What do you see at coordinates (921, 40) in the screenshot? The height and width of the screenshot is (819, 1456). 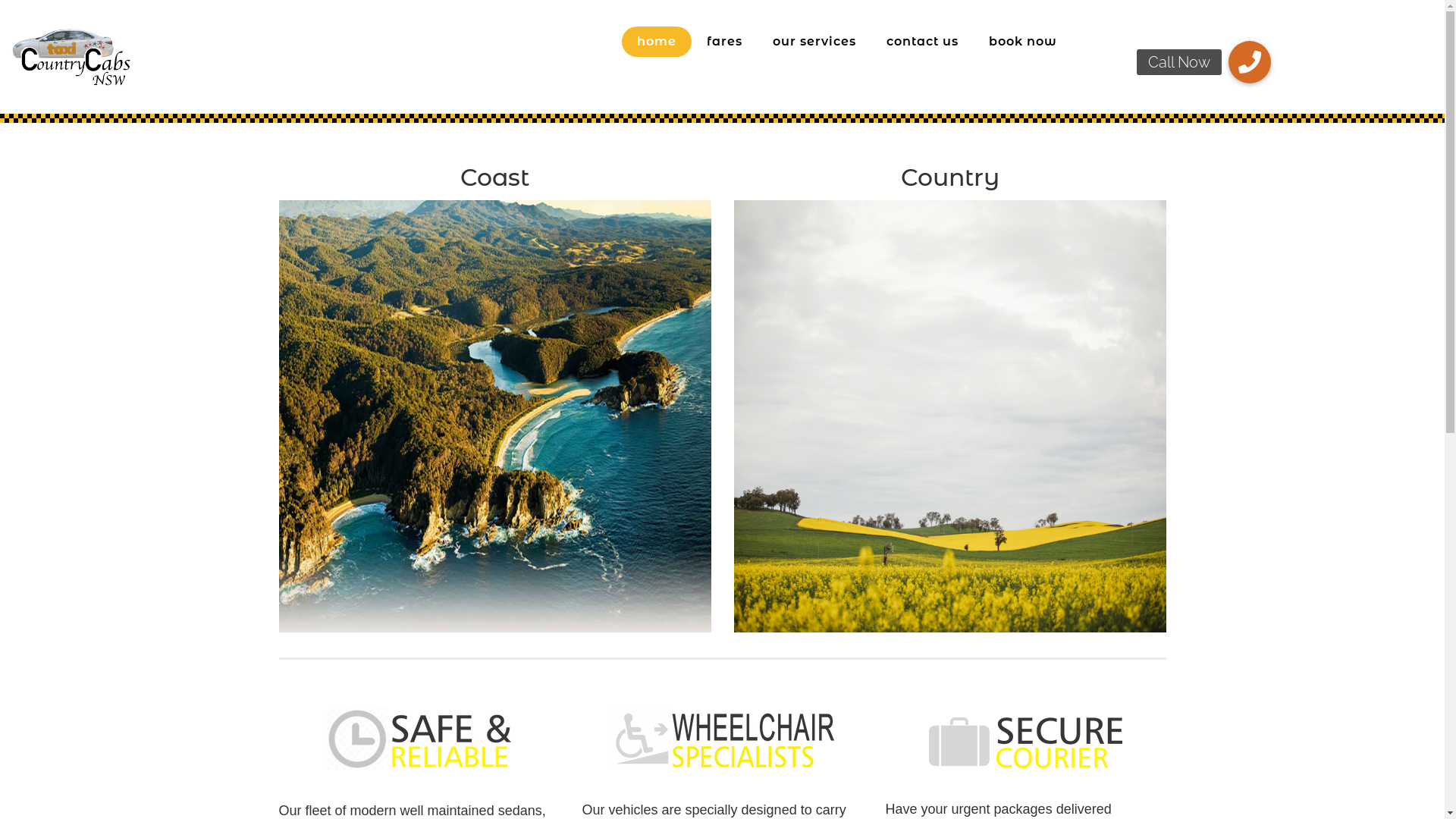 I see `'contact us'` at bounding box center [921, 40].